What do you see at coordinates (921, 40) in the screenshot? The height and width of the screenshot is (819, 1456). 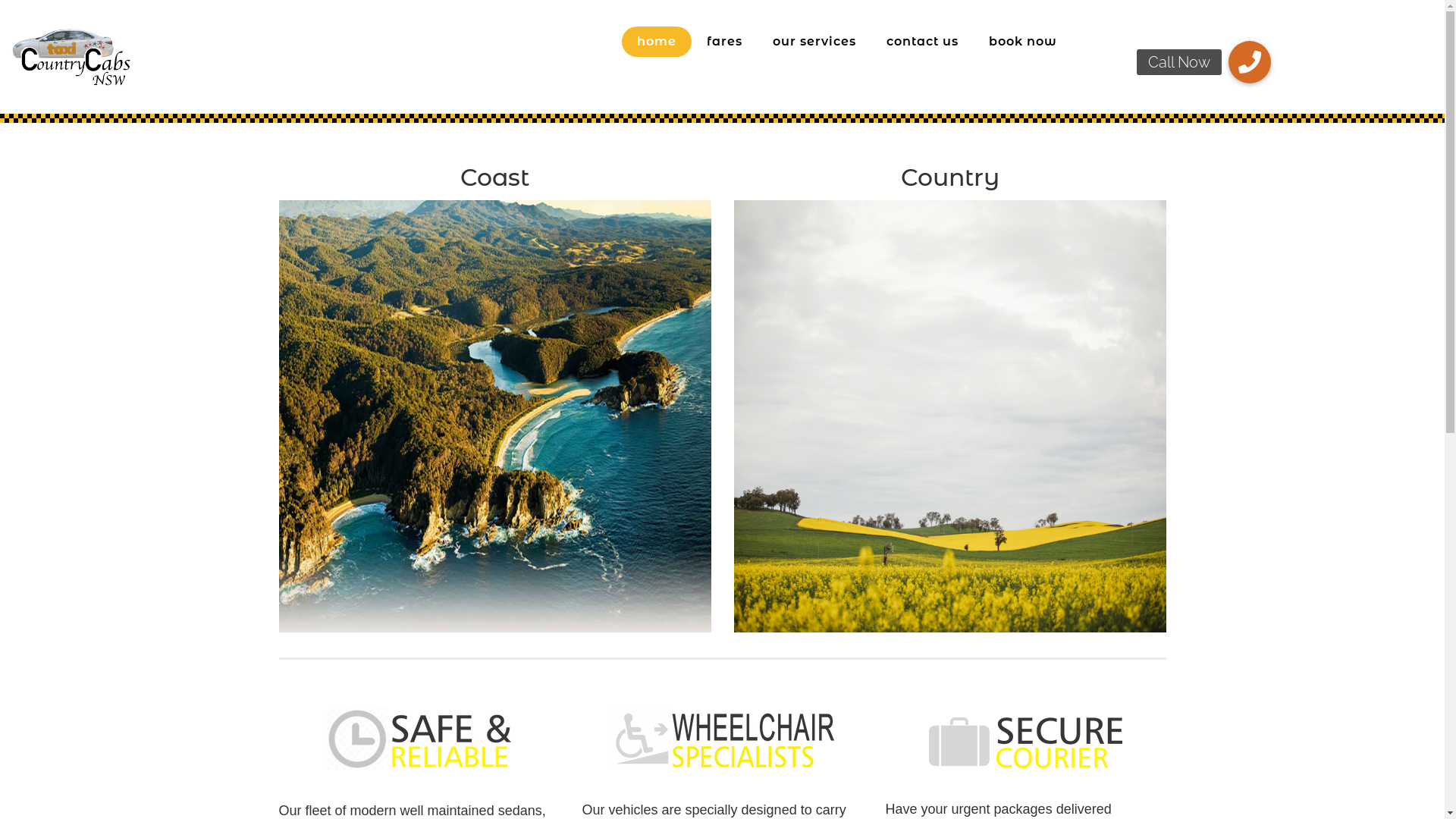 I see `'contact us'` at bounding box center [921, 40].